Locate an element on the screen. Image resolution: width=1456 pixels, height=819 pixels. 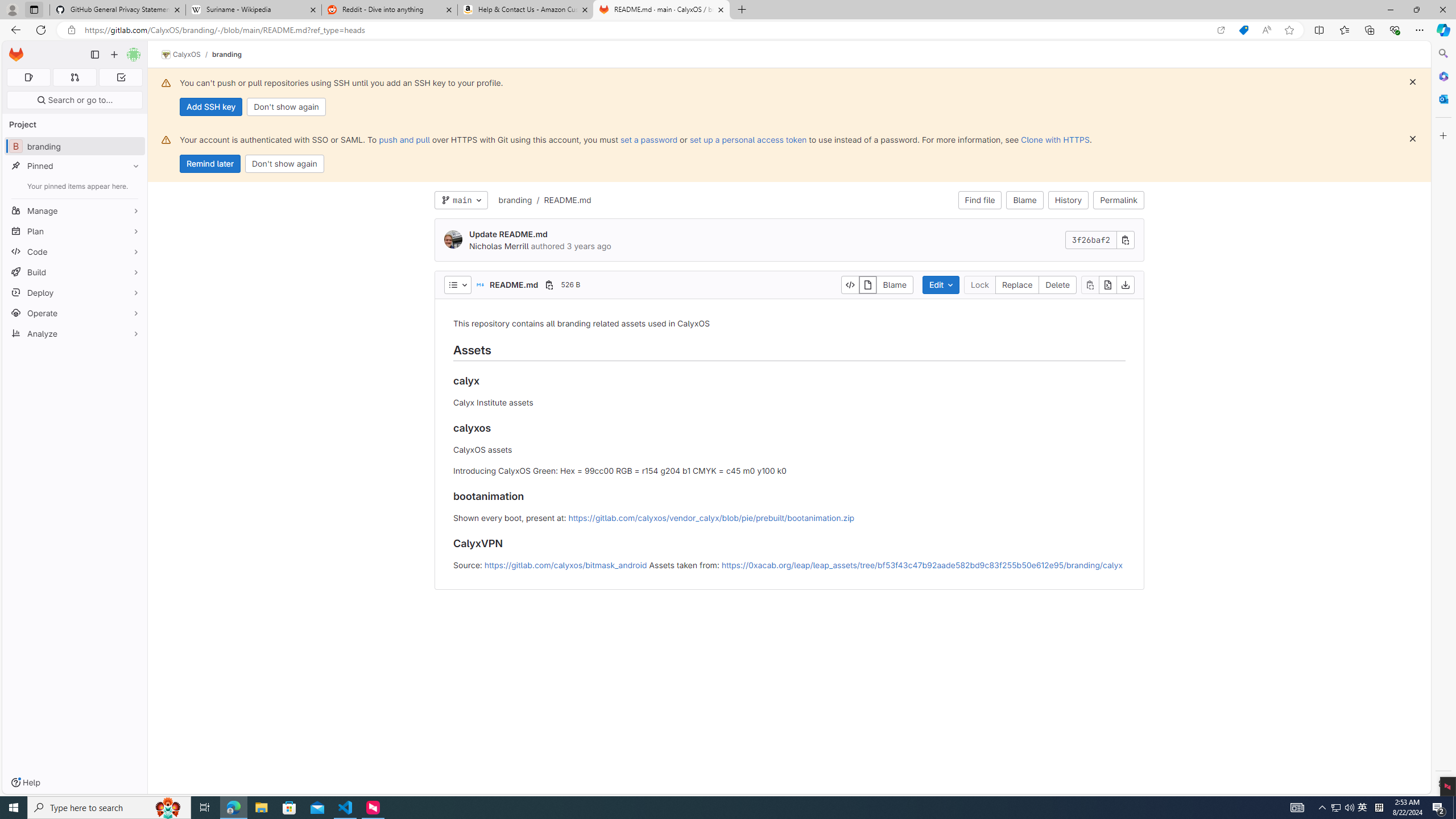
'branding' is located at coordinates (515, 200).